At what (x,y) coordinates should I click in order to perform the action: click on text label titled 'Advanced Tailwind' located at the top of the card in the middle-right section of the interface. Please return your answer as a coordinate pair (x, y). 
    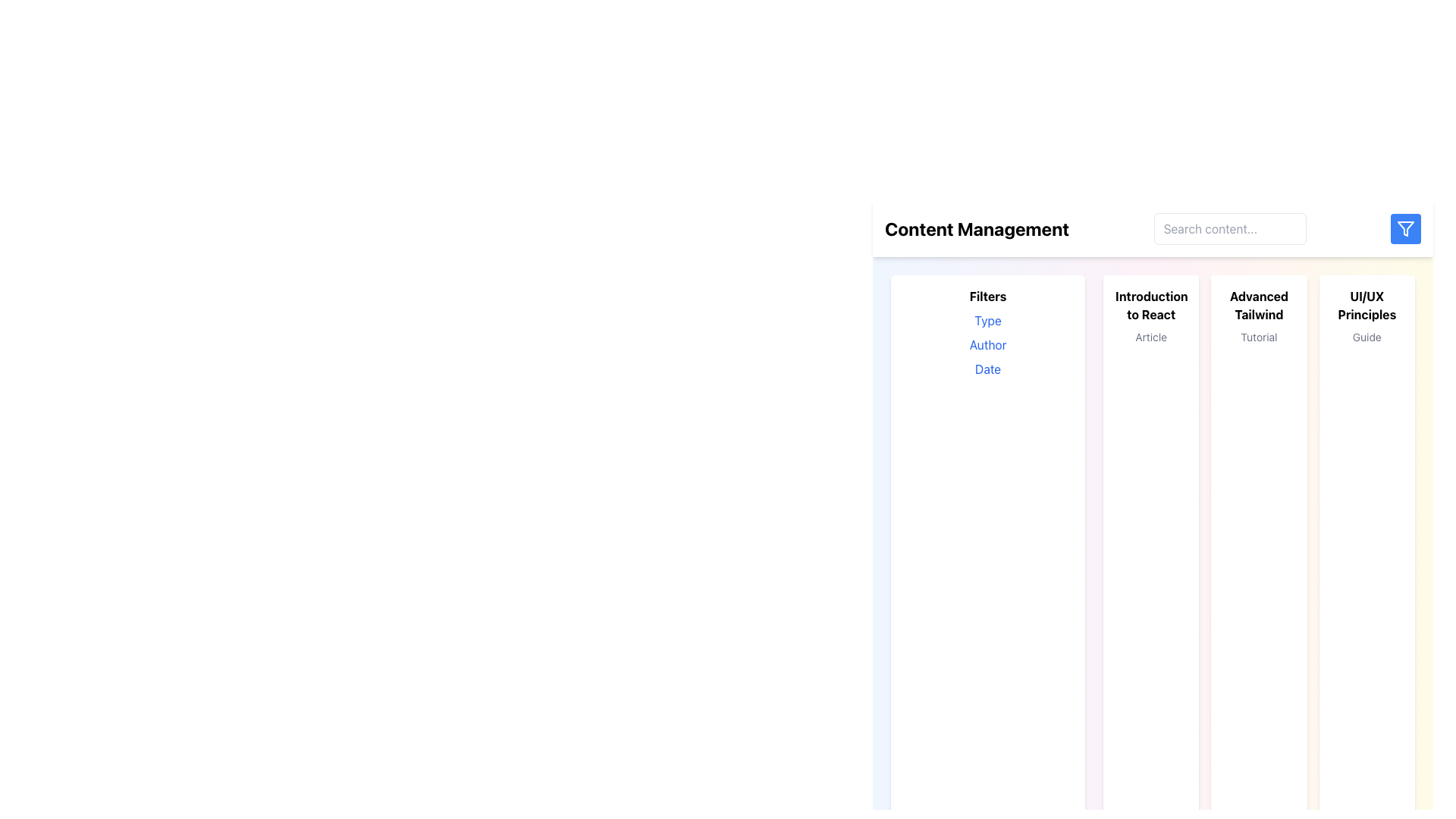
    Looking at the image, I should click on (1259, 305).